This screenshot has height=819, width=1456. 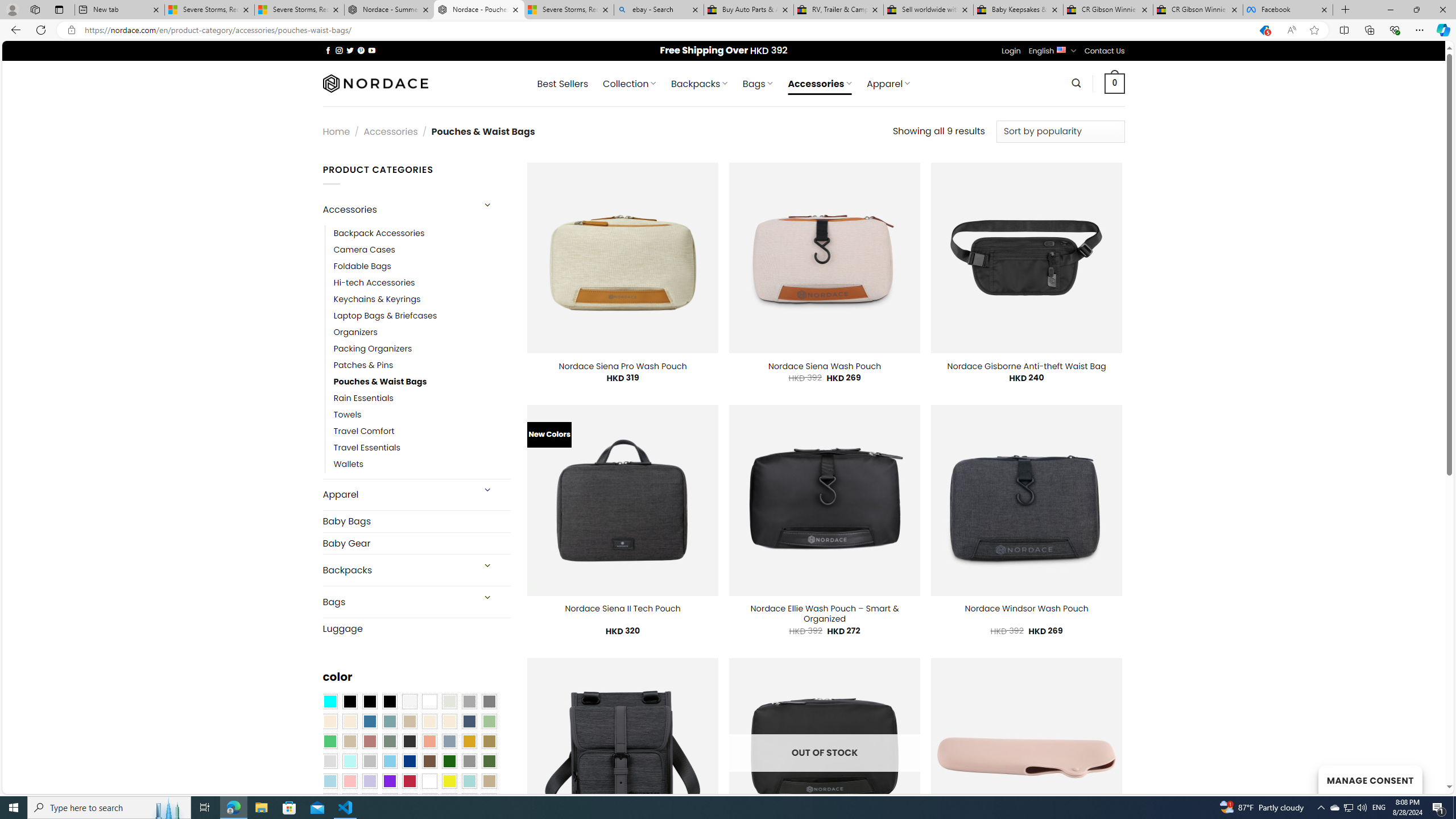 What do you see at coordinates (369, 741) in the screenshot?
I see `'Rose'` at bounding box center [369, 741].